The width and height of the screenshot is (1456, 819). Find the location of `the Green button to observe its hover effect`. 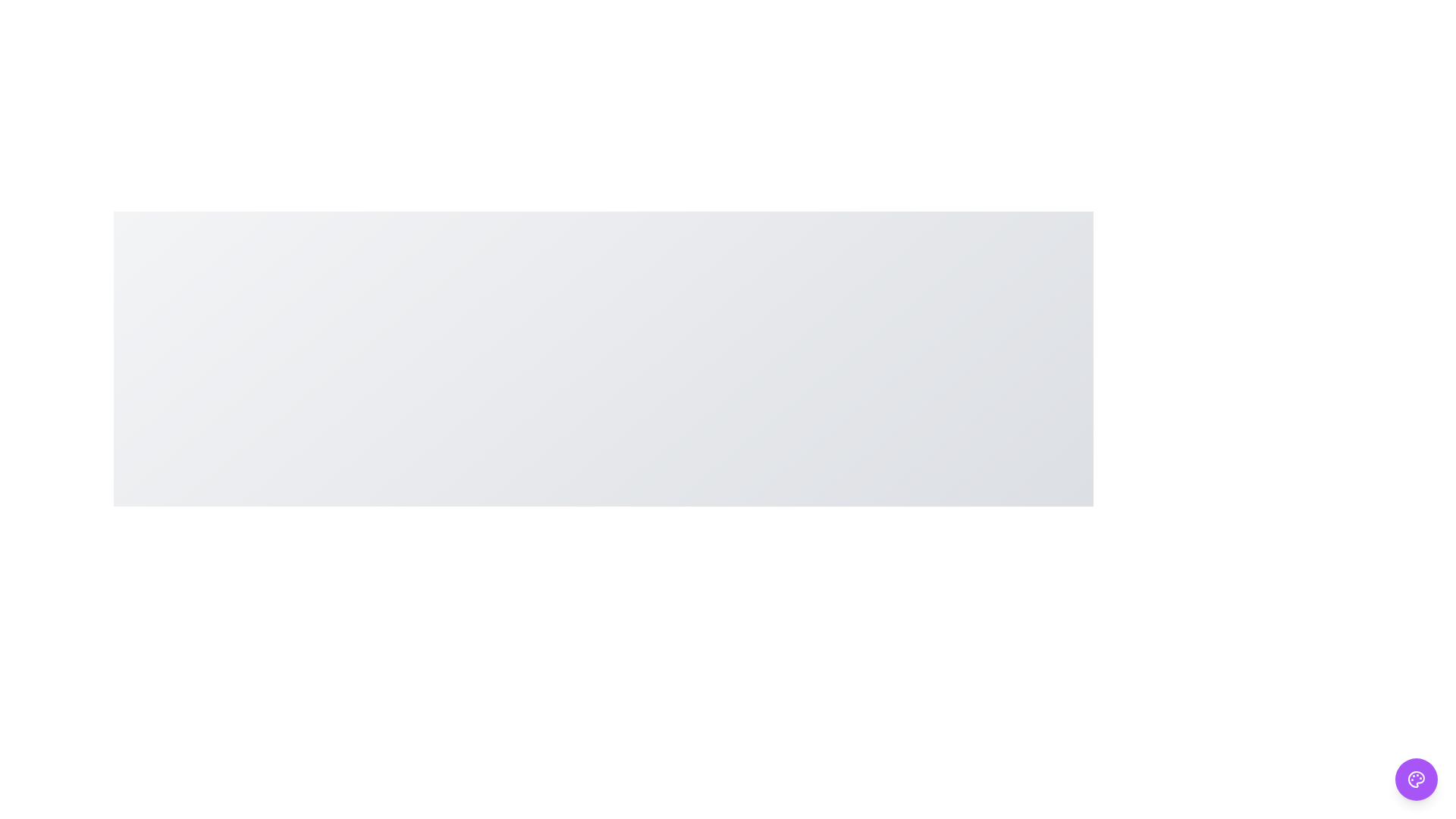

the Green button to observe its hover effect is located at coordinates (1009, 811).